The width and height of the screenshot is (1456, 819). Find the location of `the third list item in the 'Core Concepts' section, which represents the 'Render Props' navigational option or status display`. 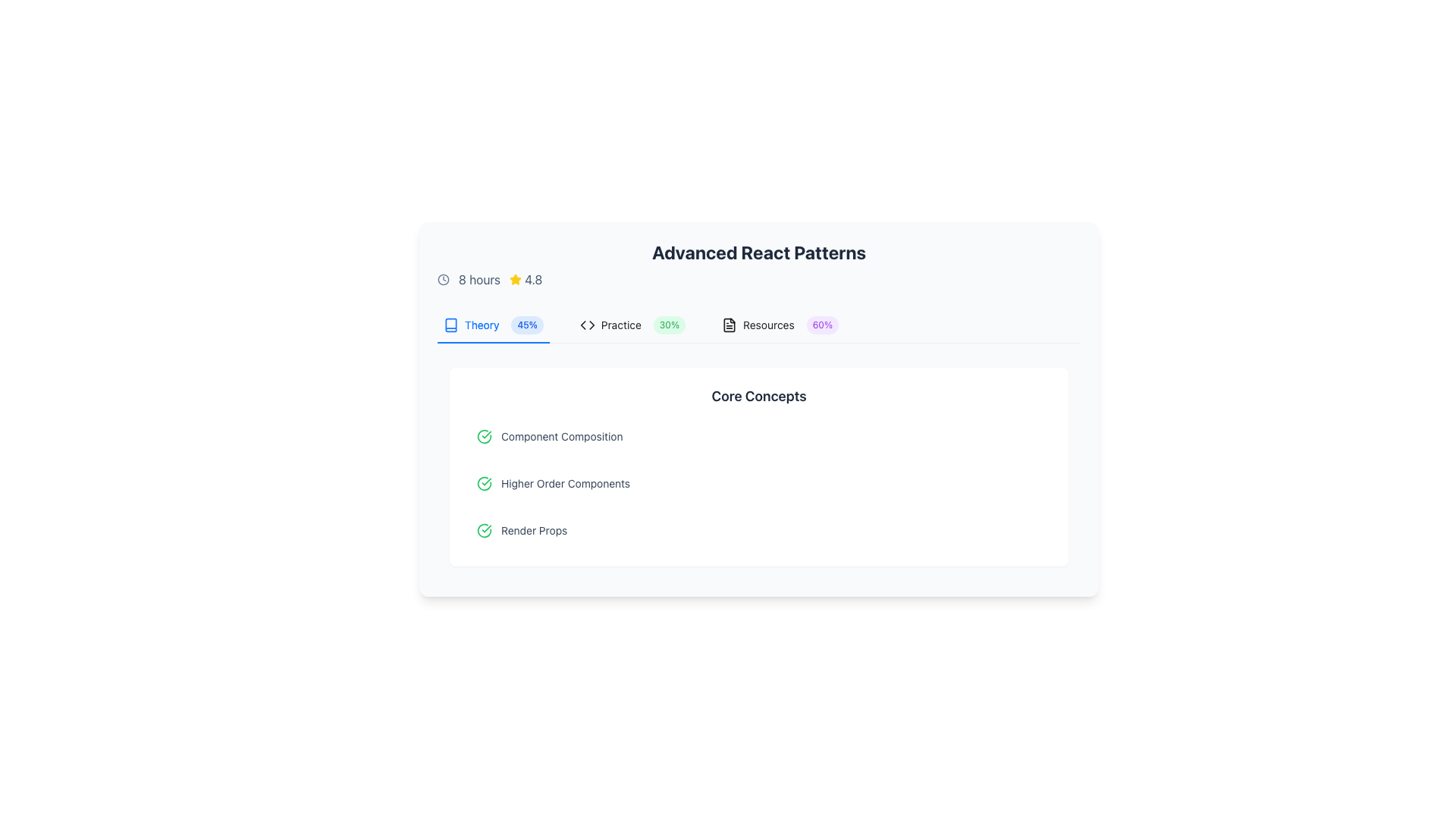

the third list item in the 'Core Concepts' section, which represents the 'Render Props' navigational option or status display is located at coordinates (759, 529).